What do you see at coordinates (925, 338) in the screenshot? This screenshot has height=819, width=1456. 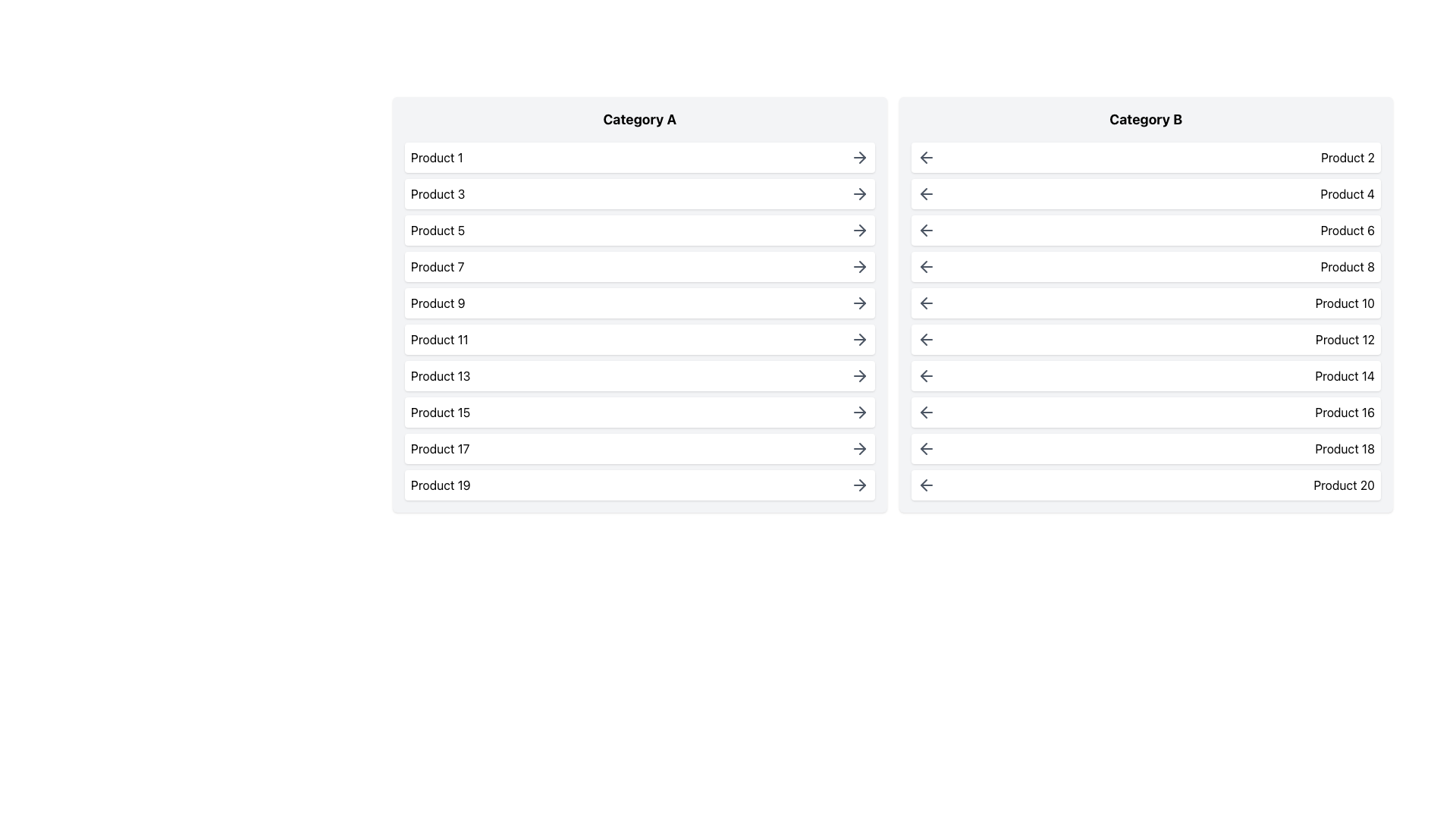 I see `the left-pointing arrow icon associated with 'Product 12' in the 'Category B' list, which is located on the left side of the text 'Product 12'` at bounding box center [925, 338].